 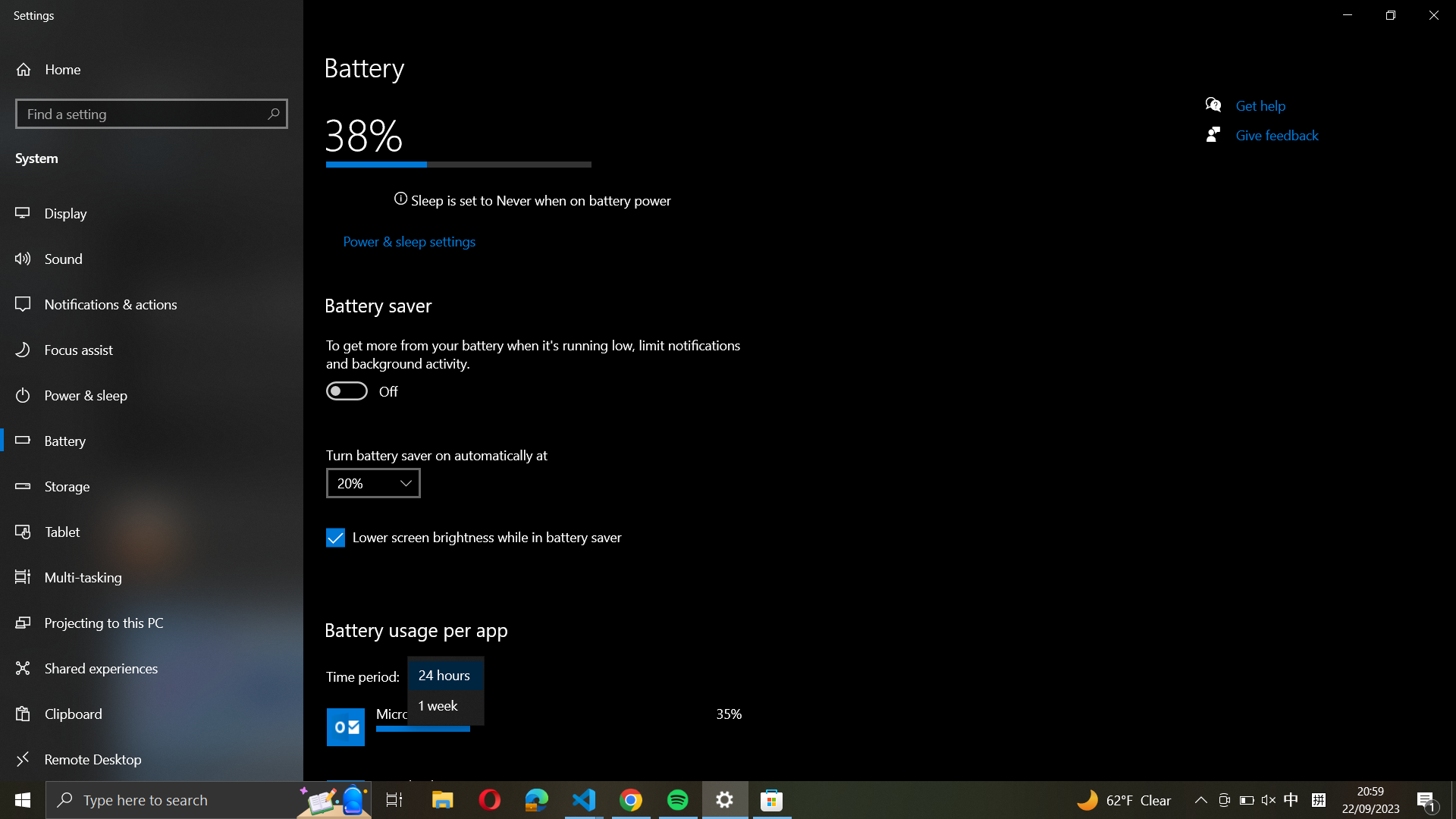 What do you see at coordinates (153, 350) in the screenshot?
I see `the Focus assist settings from the left panel` at bounding box center [153, 350].